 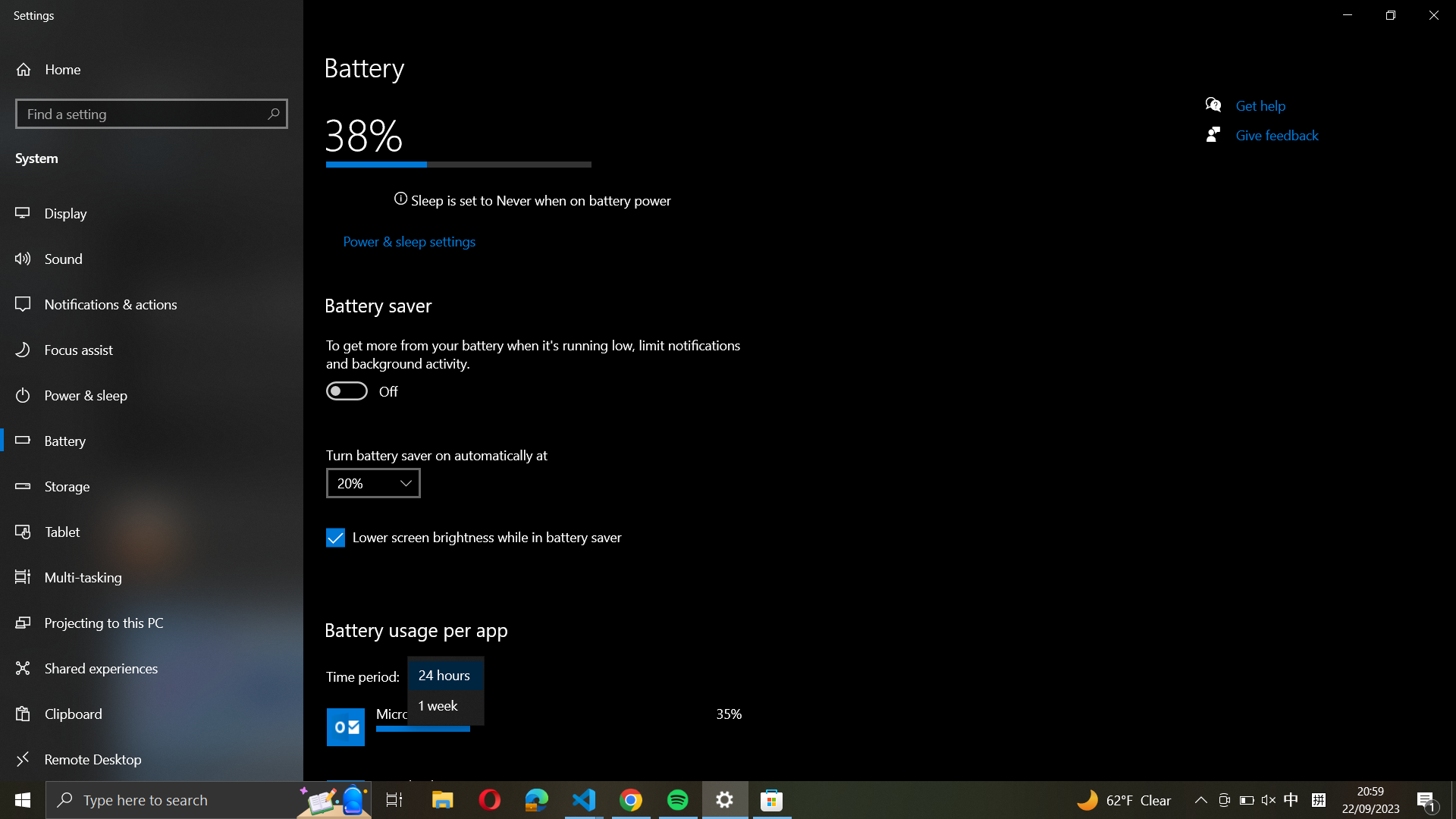 What do you see at coordinates (153, 350) in the screenshot?
I see `the Focus assist settings from the left panel` at bounding box center [153, 350].